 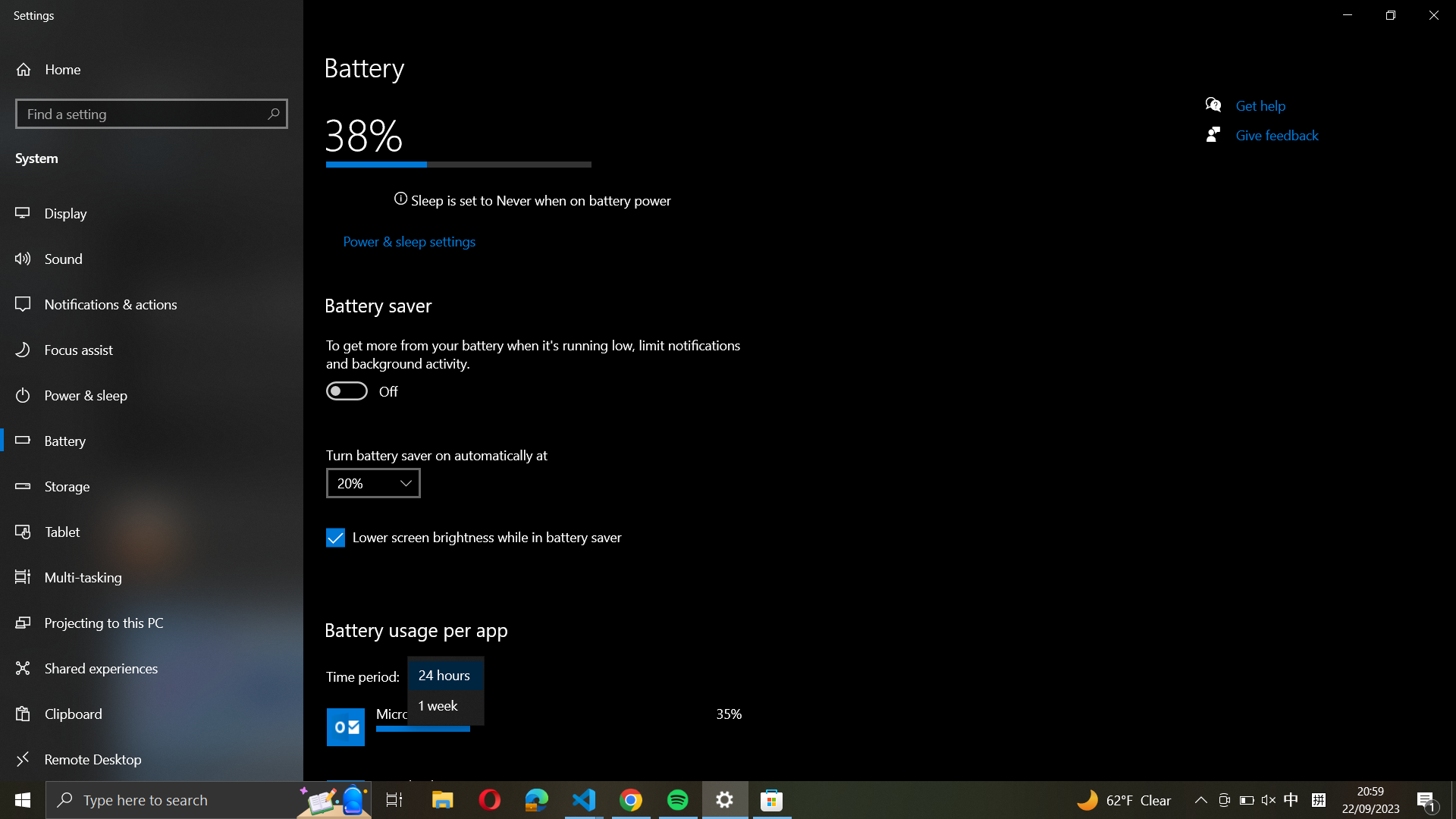 What do you see at coordinates (153, 350) in the screenshot?
I see `the Focus assist settings from the left panel` at bounding box center [153, 350].